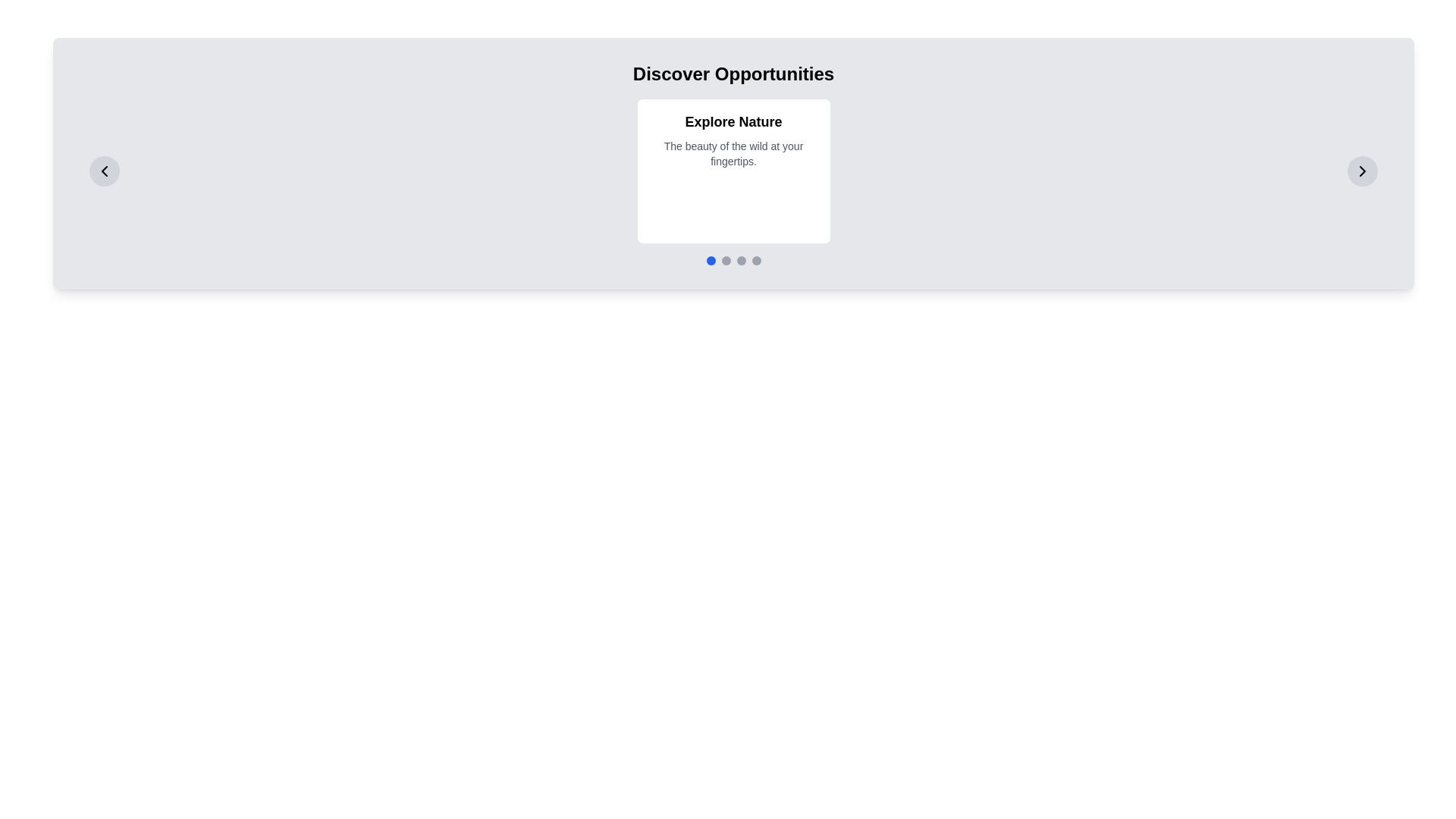 This screenshot has height=819, width=1456. What do you see at coordinates (1362, 171) in the screenshot?
I see `the rightward arrow chevron icon, which is part of the navigation component` at bounding box center [1362, 171].